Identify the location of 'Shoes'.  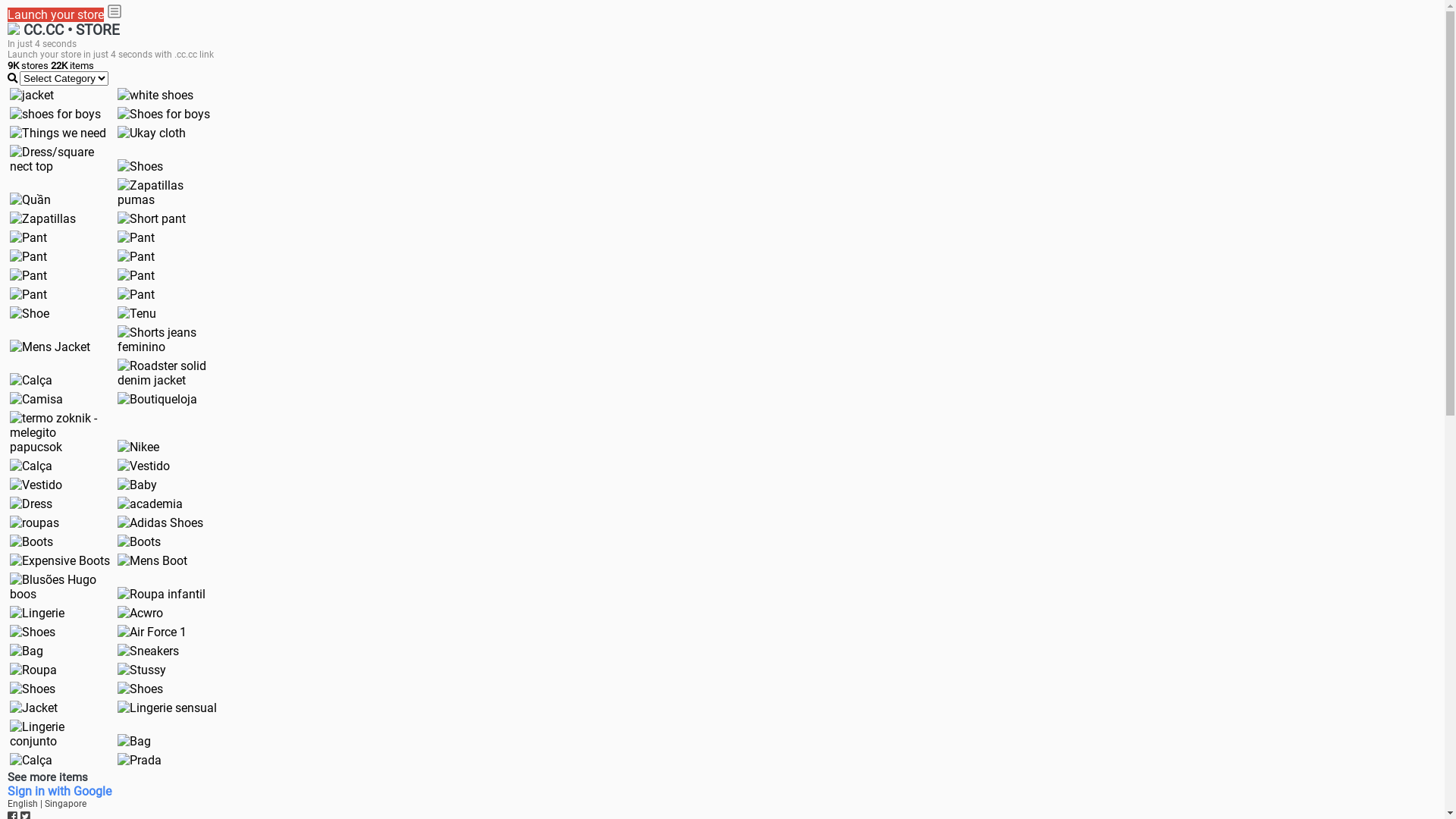
(116, 689).